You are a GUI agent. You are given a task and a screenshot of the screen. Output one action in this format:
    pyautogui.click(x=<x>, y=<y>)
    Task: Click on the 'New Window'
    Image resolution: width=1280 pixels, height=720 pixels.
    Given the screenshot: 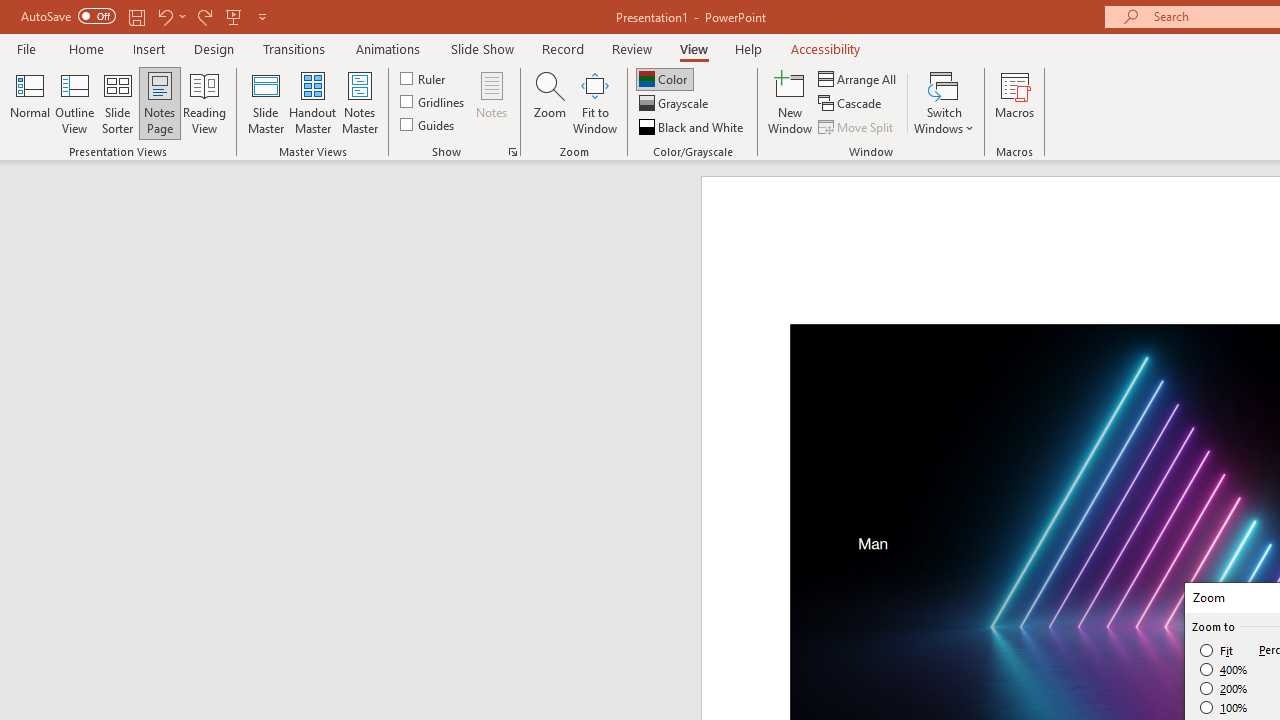 What is the action you would take?
    pyautogui.click(x=789, y=103)
    